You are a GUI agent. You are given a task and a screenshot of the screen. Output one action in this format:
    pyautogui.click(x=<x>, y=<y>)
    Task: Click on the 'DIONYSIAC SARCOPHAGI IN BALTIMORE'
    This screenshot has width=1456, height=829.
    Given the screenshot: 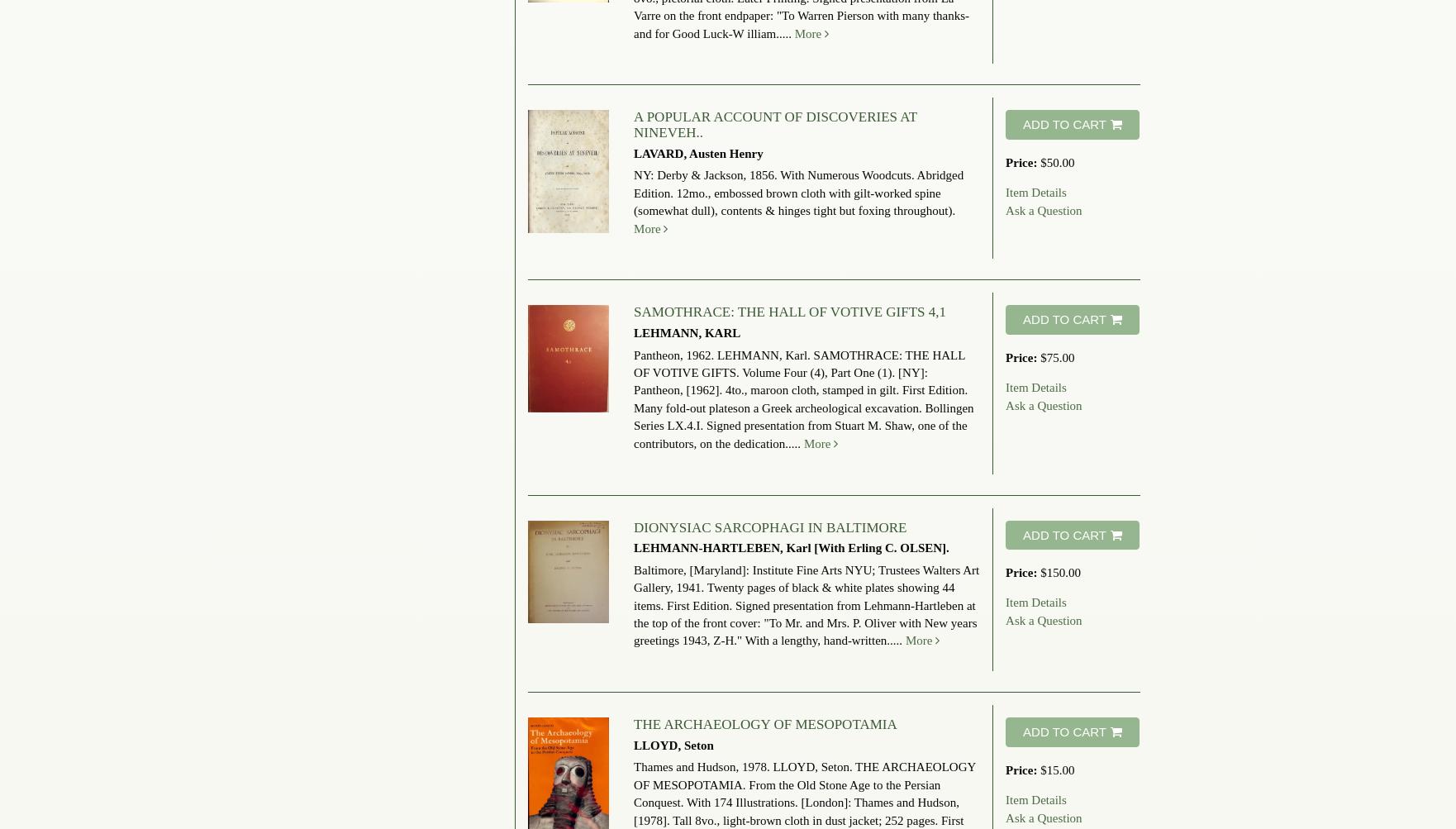 What is the action you would take?
    pyautogui.click(x=632, y=526)
    